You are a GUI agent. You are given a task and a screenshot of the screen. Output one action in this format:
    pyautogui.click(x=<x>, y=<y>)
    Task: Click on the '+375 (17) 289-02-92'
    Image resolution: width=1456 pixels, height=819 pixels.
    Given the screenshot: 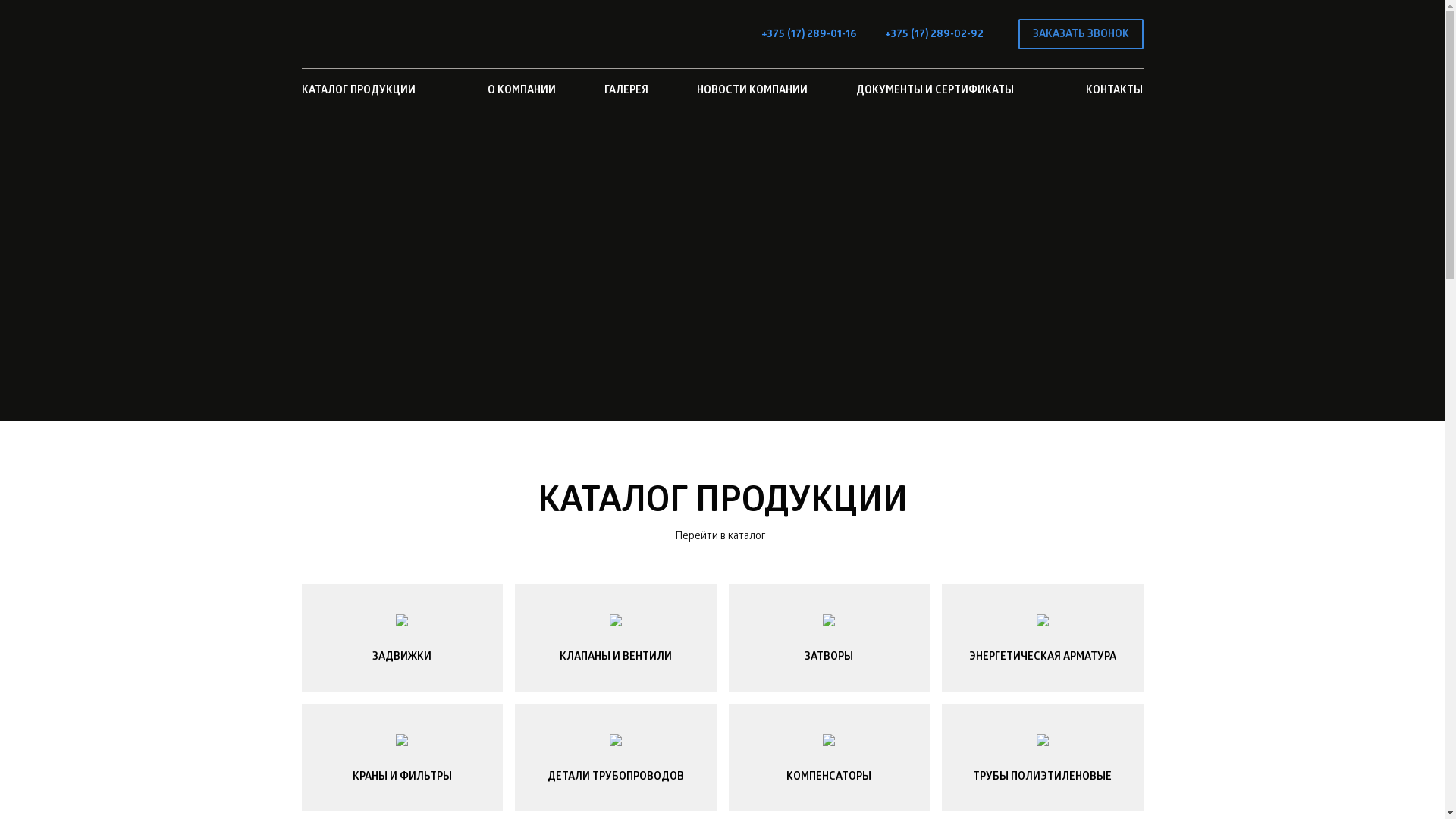 What is the action you would take?
    pyautogui.click(x=884, y=34)
    